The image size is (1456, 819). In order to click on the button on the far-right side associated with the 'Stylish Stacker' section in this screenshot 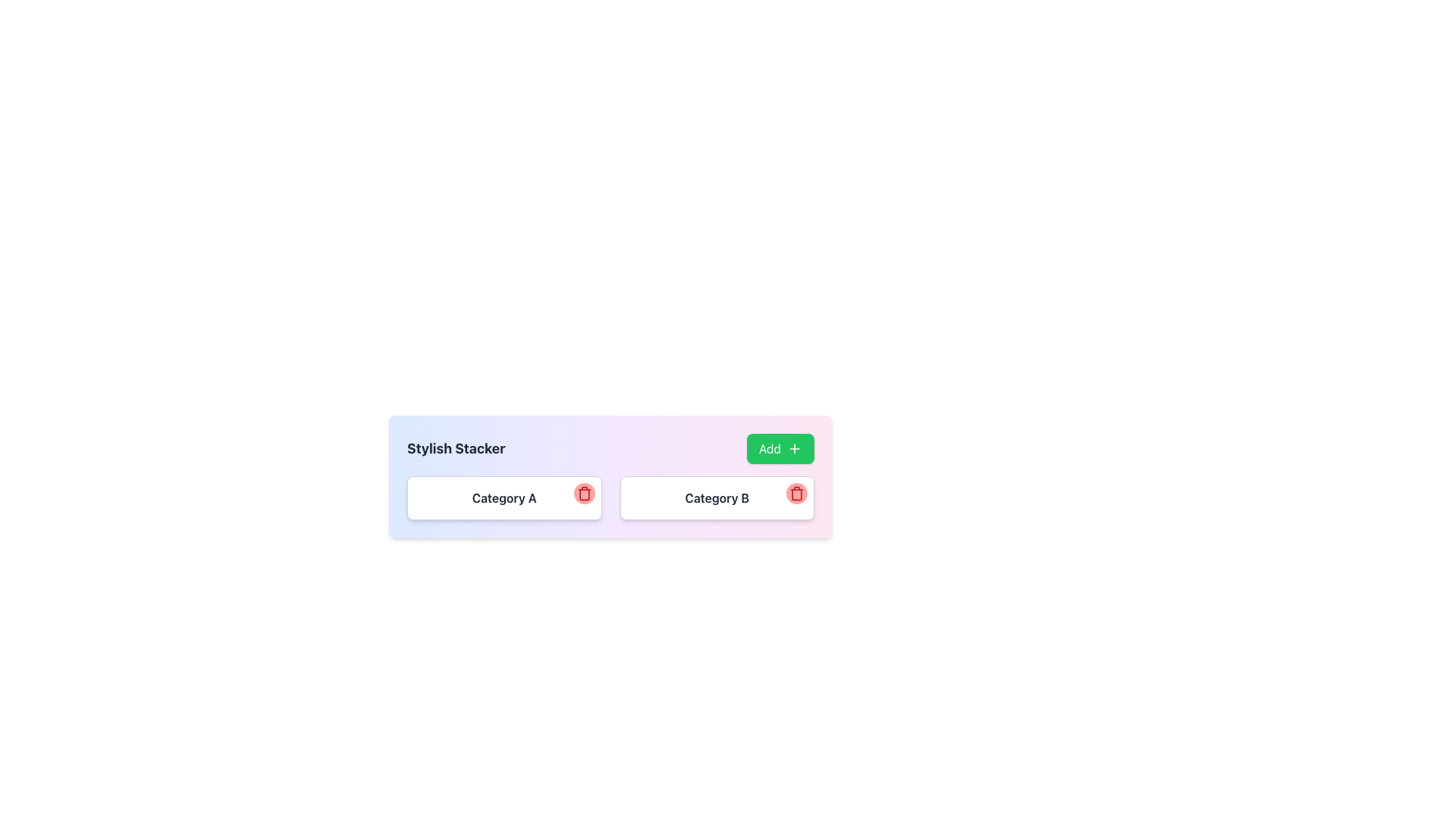, I will do `click(780, 447)`.